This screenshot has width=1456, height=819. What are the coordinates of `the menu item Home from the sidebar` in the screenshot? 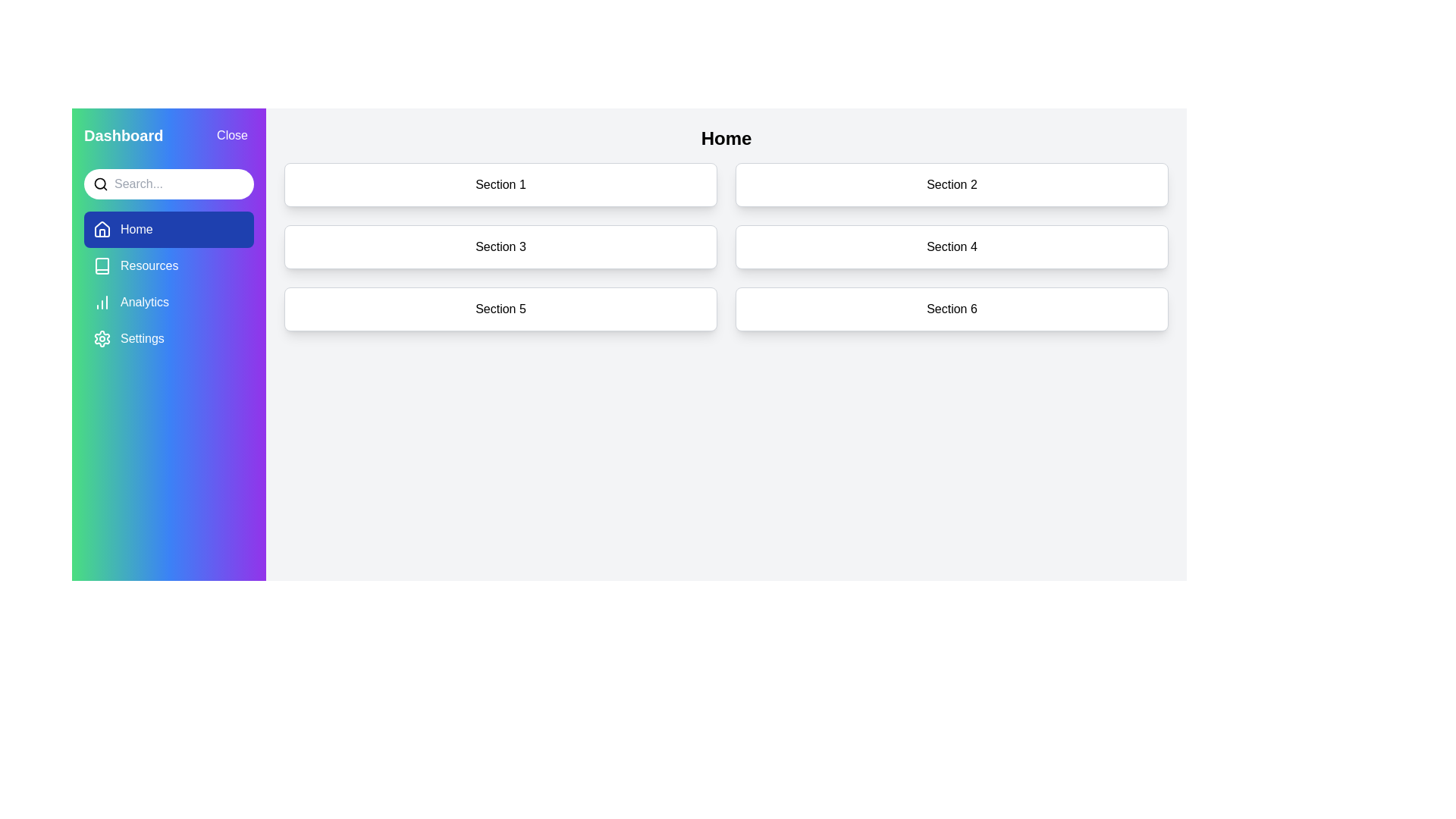 It's located at (168, 230).